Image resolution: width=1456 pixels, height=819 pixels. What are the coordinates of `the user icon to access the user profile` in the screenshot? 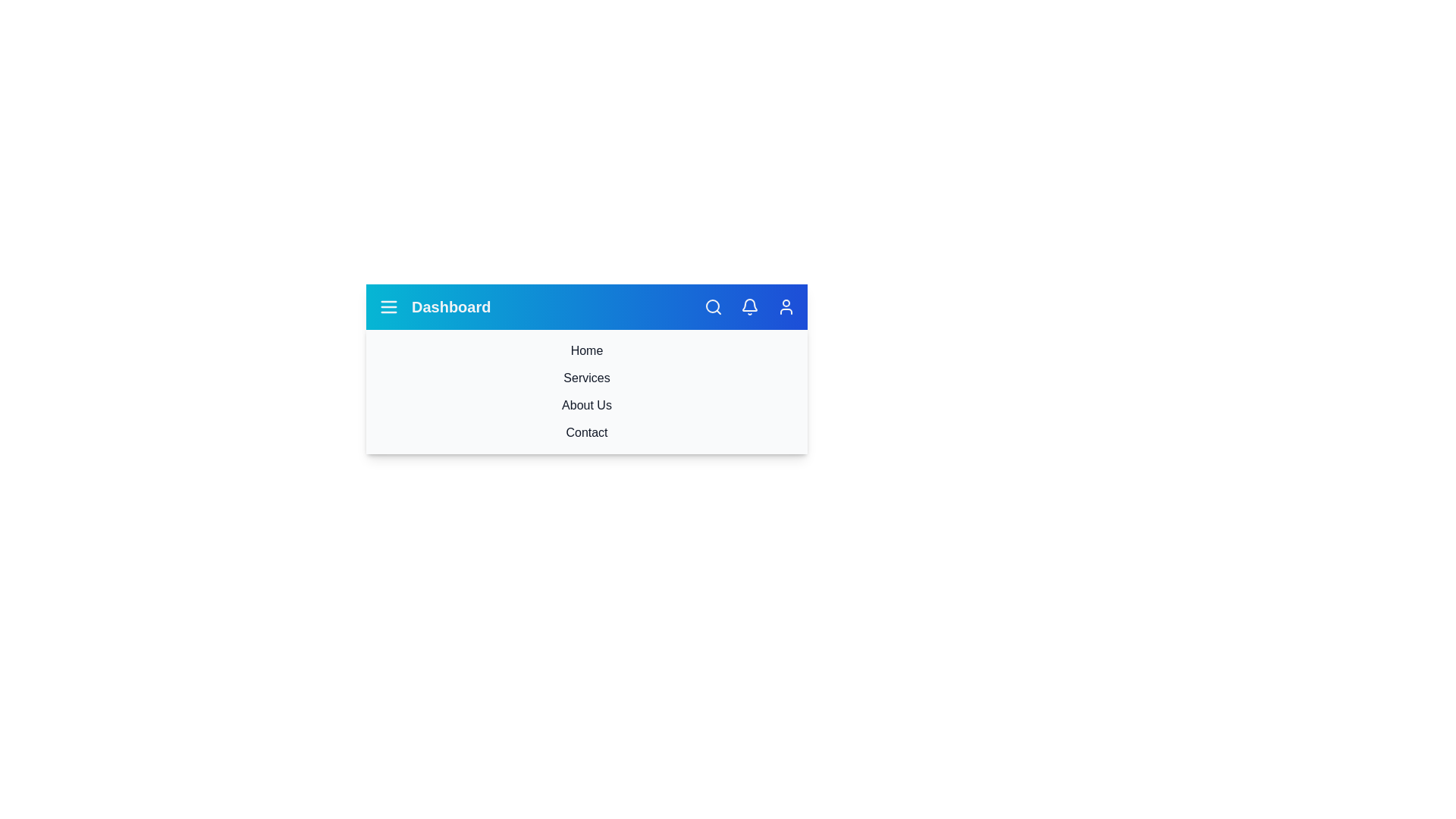 It's located at (786, 307).